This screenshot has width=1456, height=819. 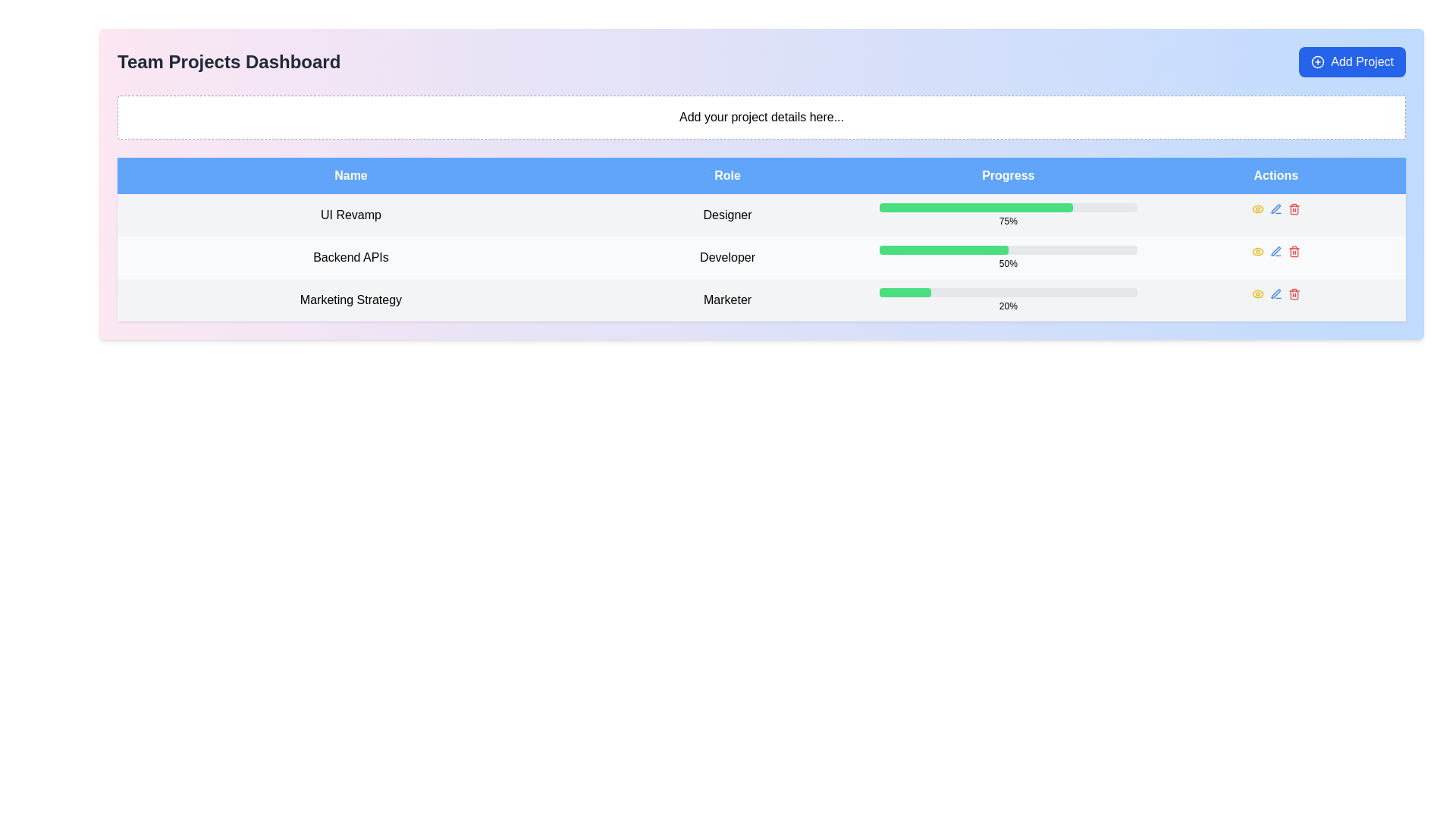 What do you see at coordinates (1008, 215) in the screenshot?
I see `the Progress Bar with Label that indicates 75% completion for the Designer role under the 'Progress' column` at bounding box center [1008, 215].